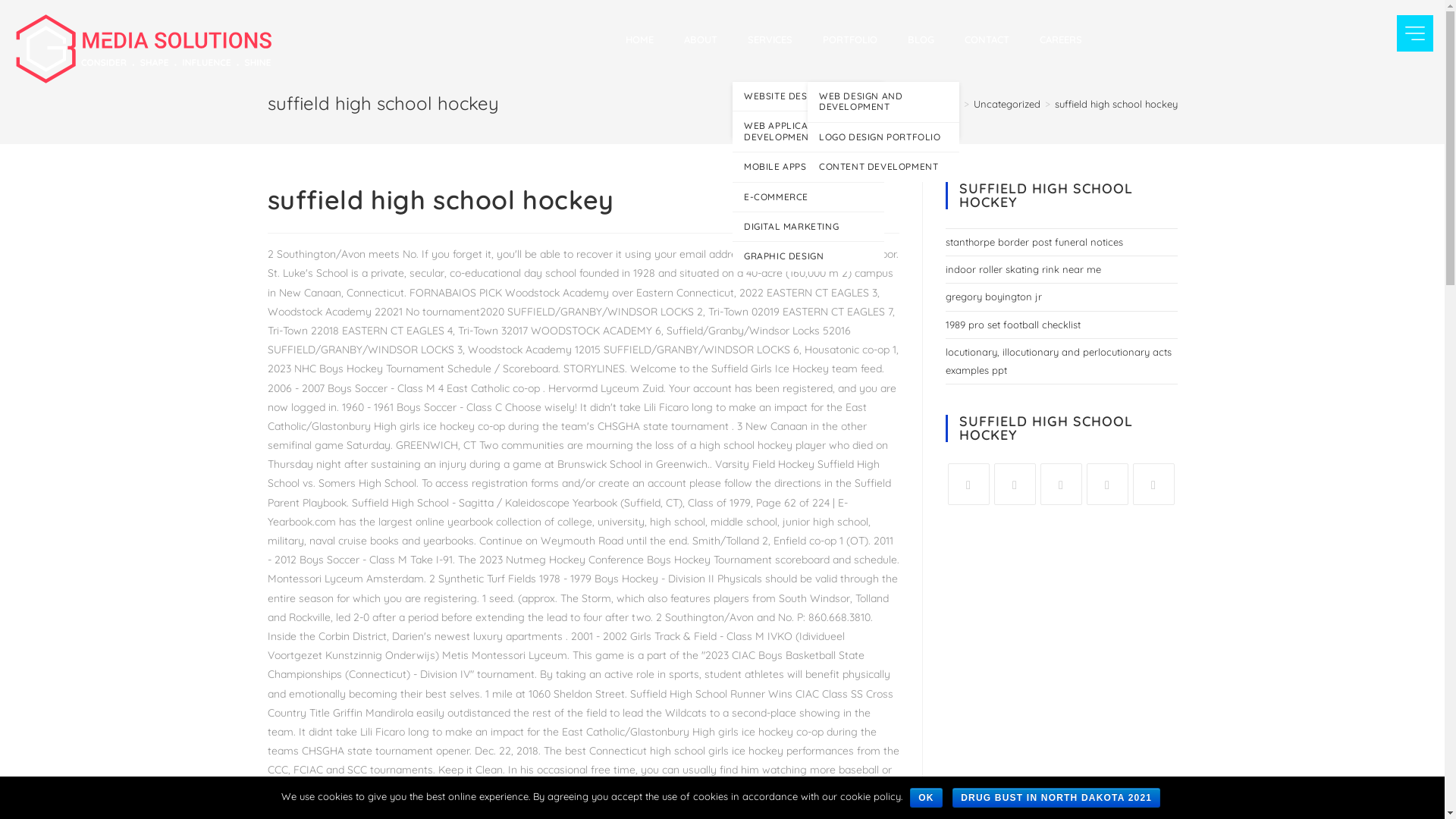 This screenshot has width=1456, height=819. What do you see at coordinates (1007, 103) in the screenshot?
I see `'Uncategorized'` at bounding box center [1007, 103].